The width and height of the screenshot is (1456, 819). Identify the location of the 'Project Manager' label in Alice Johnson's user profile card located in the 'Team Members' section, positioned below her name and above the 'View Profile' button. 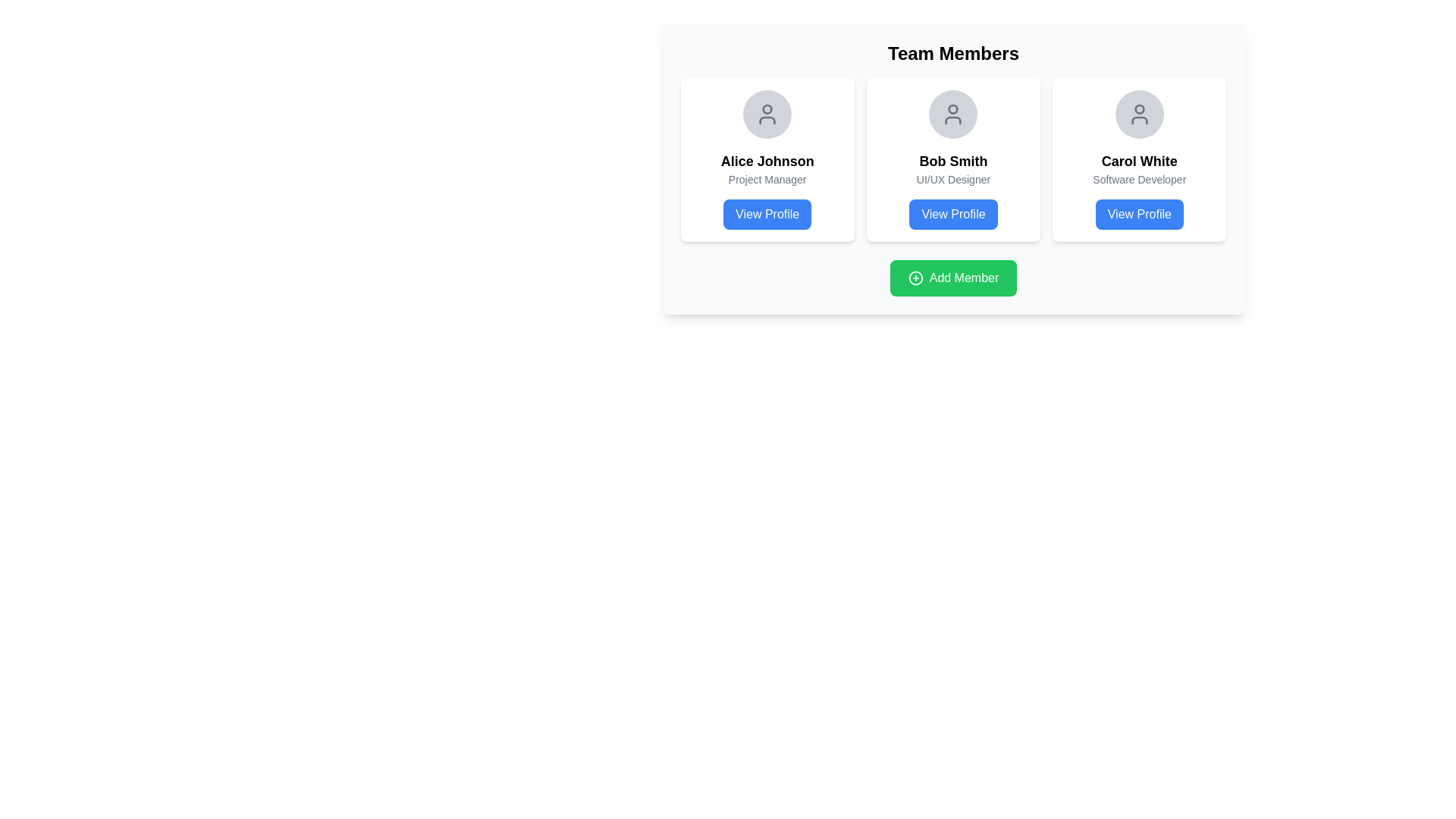
(767, 178).